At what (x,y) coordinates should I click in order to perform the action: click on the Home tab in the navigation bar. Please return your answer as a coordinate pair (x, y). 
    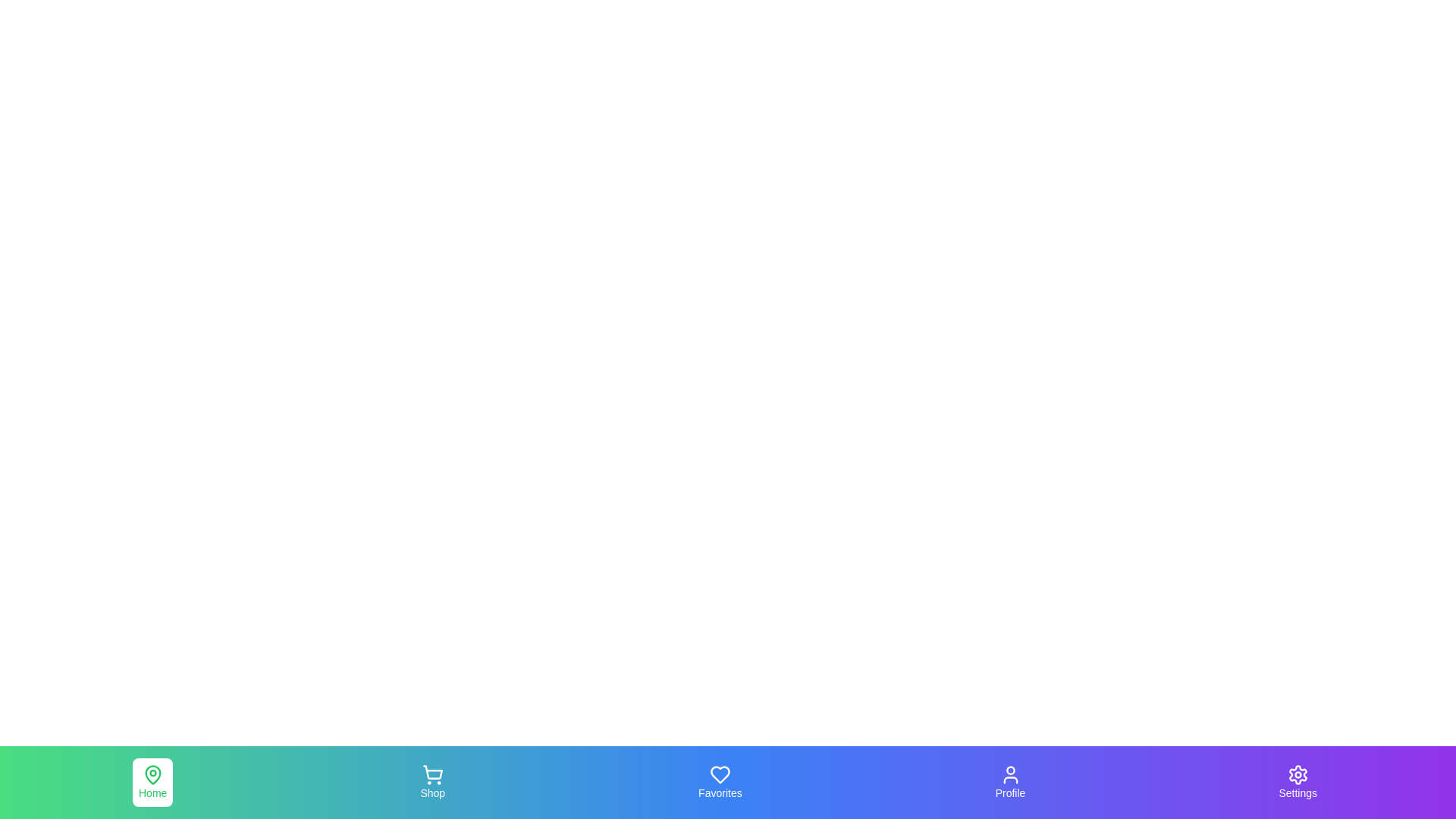
    Looking at the image, I should click on (152, 783).